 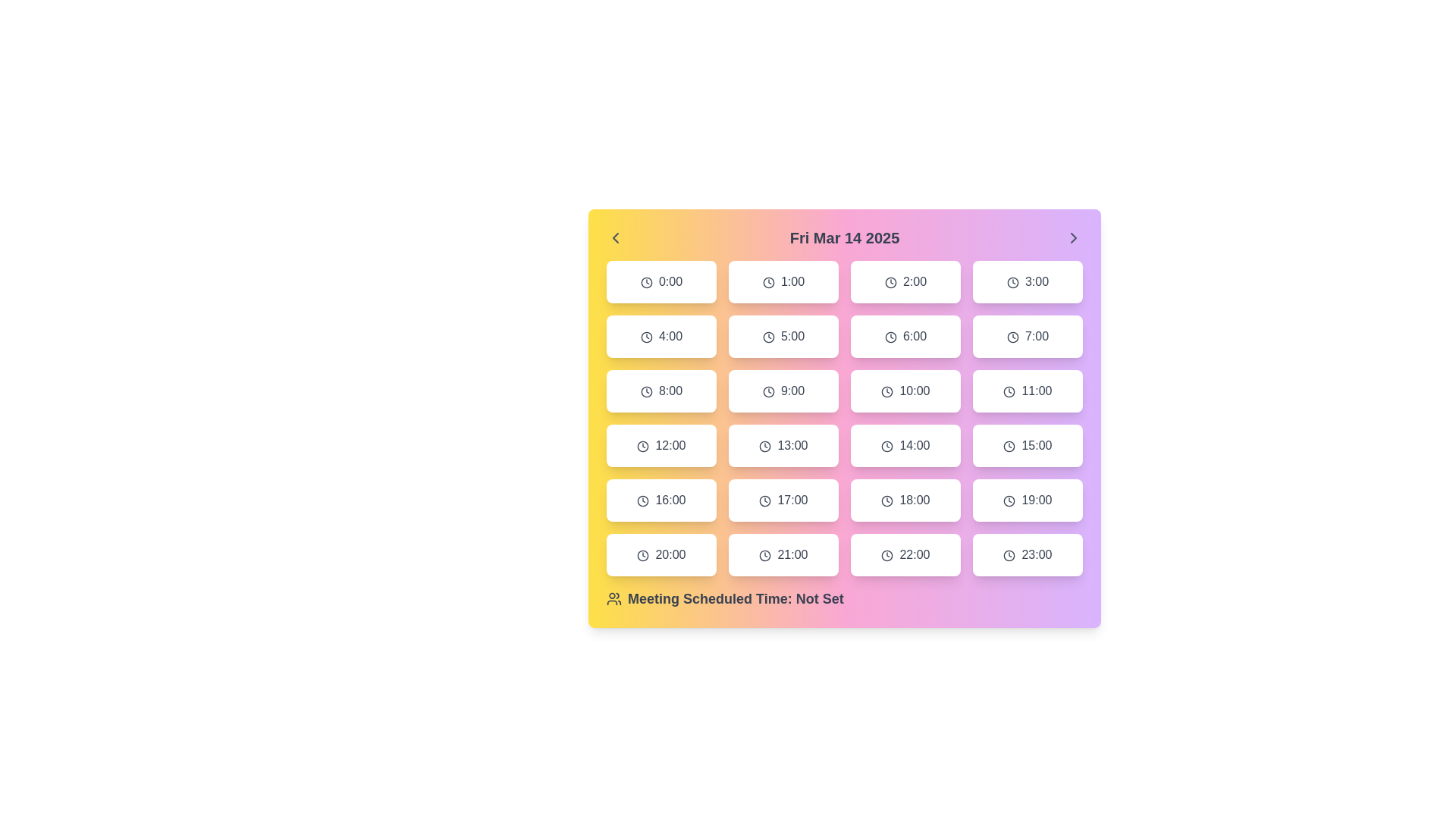 I want to click on the clock icon located inside the button labeled '10:00' in the third row, fourth column of the grid display, so click(x=887, y=391).